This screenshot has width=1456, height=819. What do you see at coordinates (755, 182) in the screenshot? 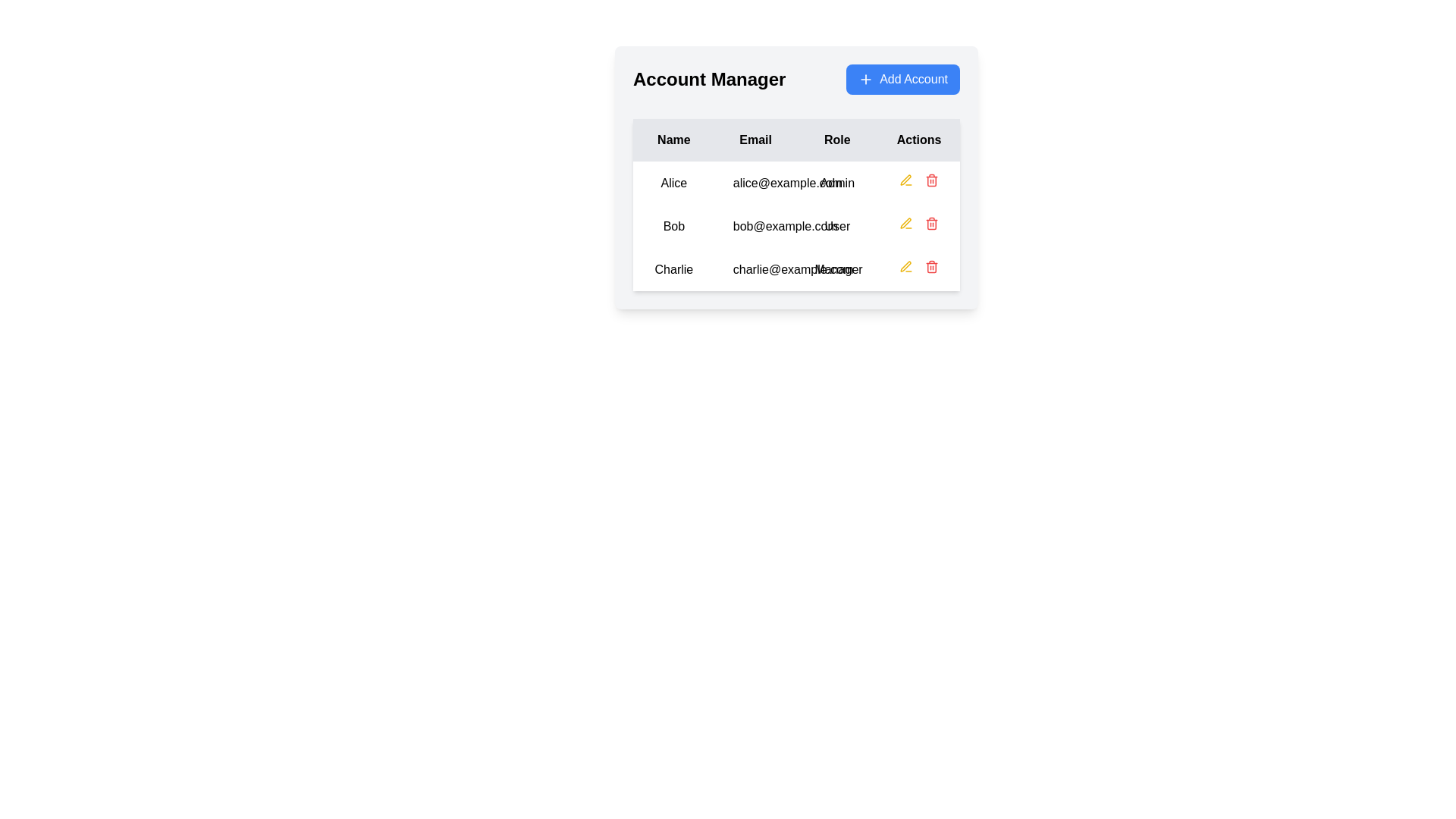
I see `the text display field showing the email address associated with the user named 'Alice', located in the second column of the row in the table` at bounding box center [755, 182].